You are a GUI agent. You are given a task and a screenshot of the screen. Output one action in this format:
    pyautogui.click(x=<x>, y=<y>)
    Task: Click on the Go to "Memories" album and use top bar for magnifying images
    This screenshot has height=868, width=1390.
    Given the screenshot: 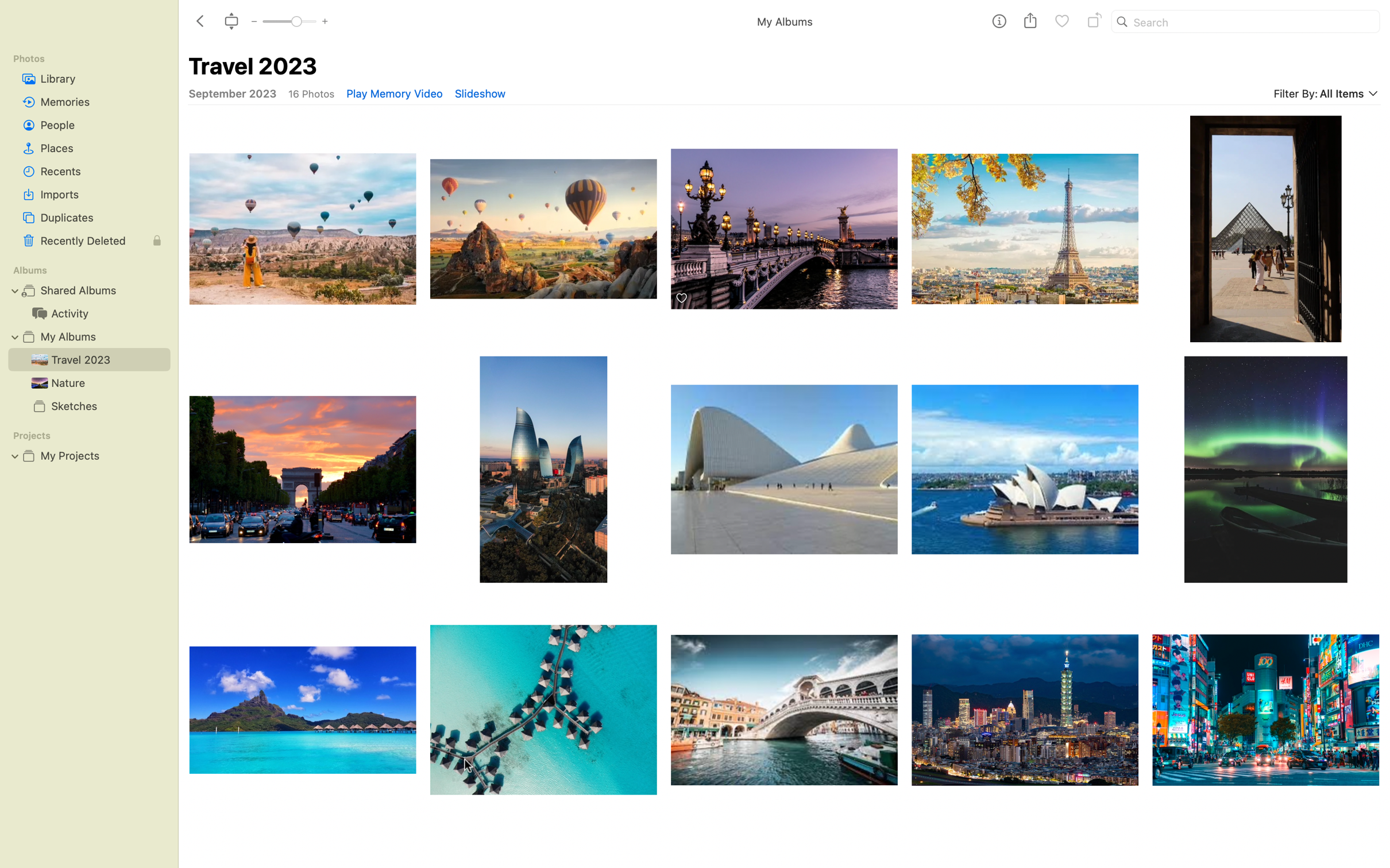 What is the action you would take?
    pyautogui.click(x=88, y=101)
    